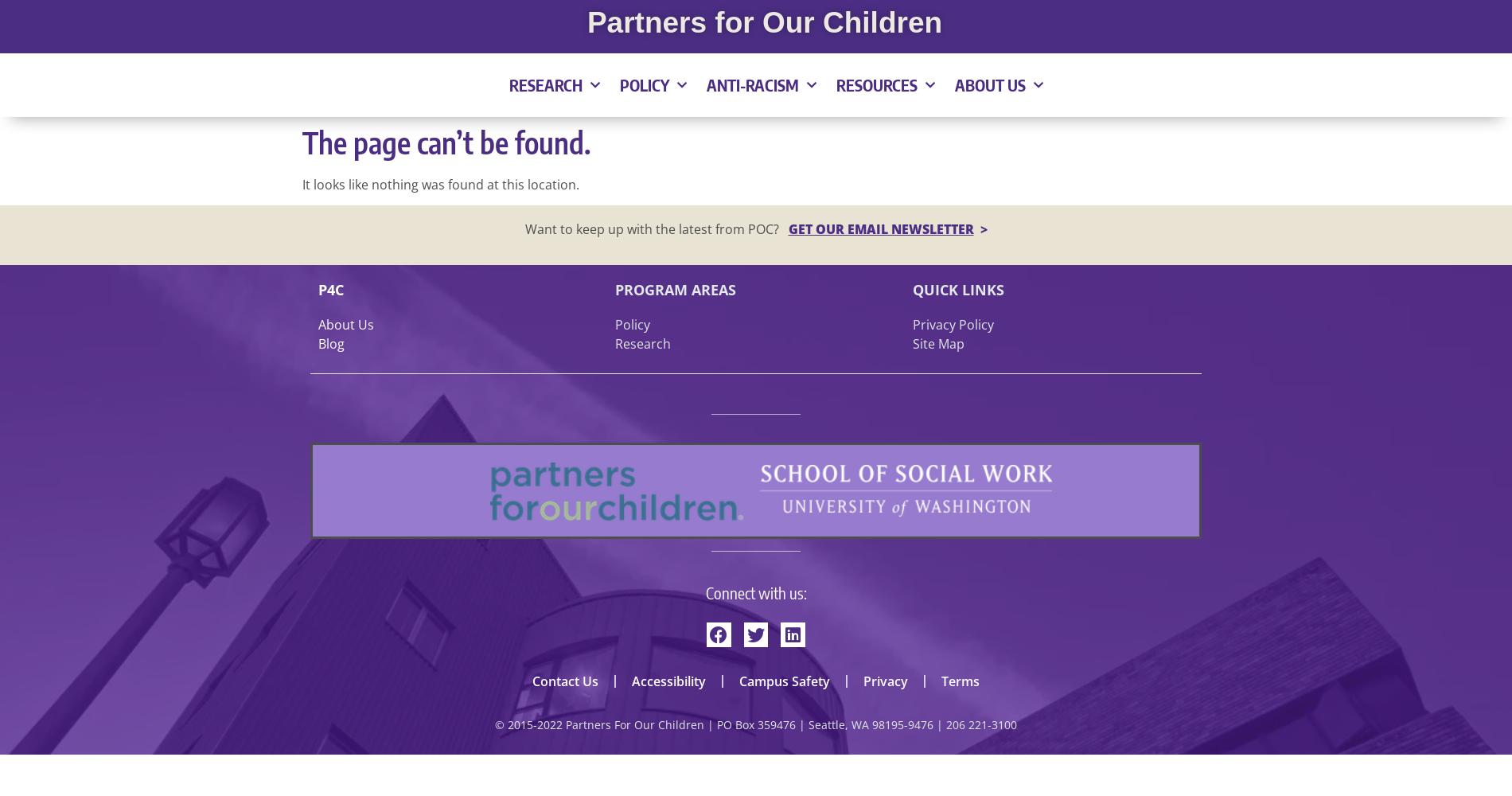  What do you see at coordinates (979, 229) in the screenshot?
I see `'>'` at bounding box center [979, 229].